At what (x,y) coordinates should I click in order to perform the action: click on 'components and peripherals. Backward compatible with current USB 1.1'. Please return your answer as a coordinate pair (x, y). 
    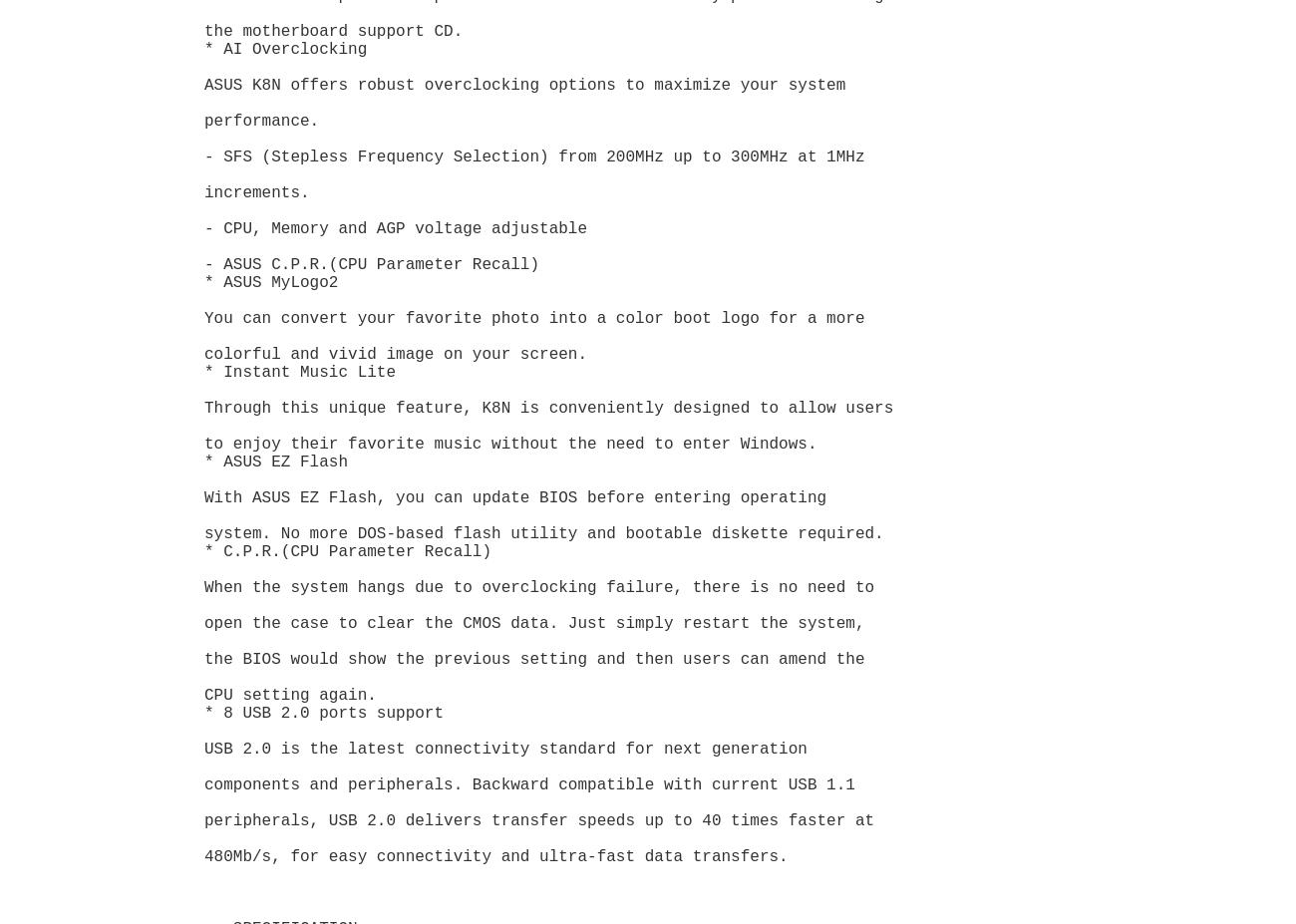
    Looking at the image, I should click on (533, 785).